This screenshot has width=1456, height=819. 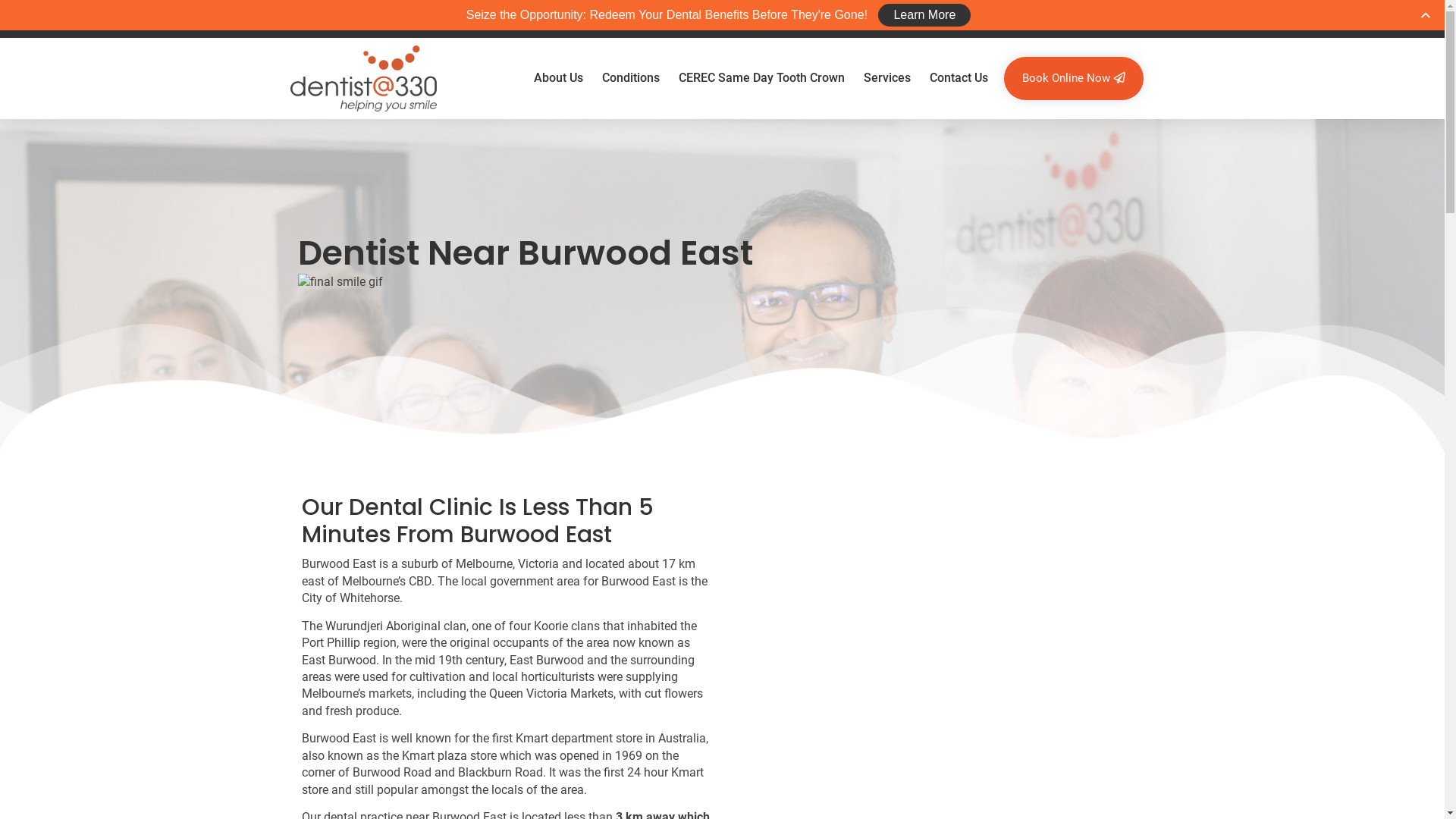 What do you see at coordinates (1073, 78) in the screenshot?
I see `'Book Online Now'` at bounding box center [1073, 78].